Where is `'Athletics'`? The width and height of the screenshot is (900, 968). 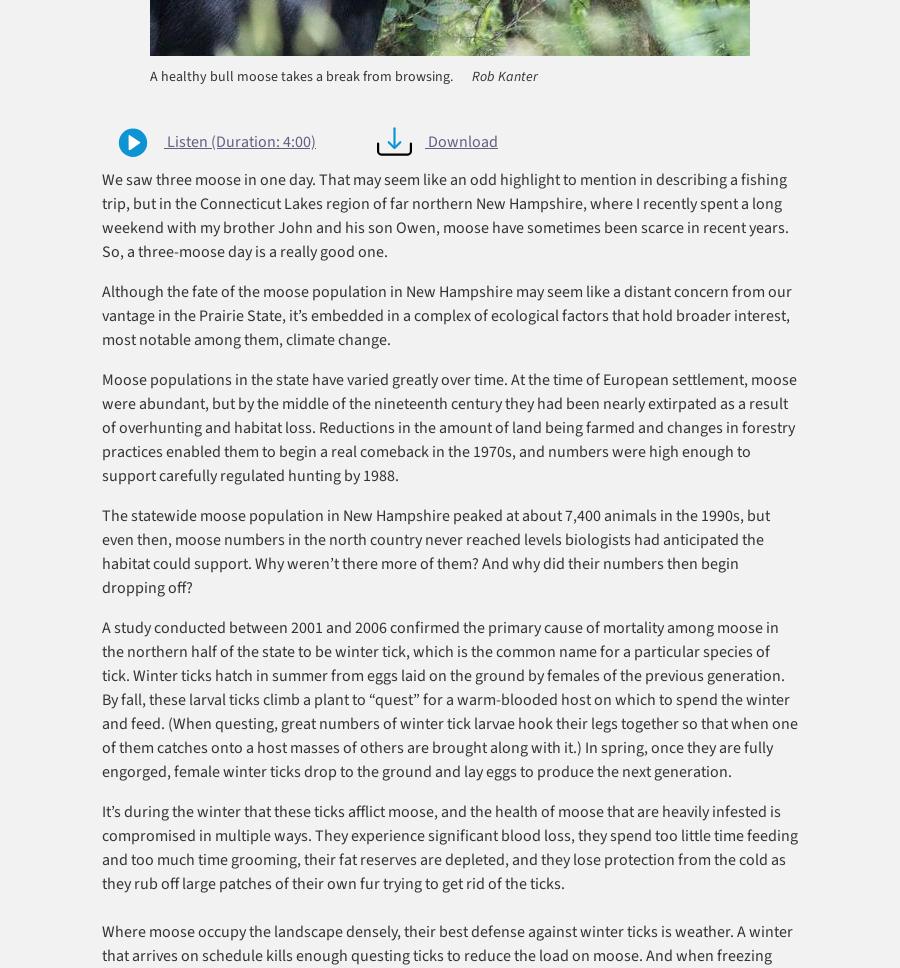 'Athletics' is located at coordinates (89, 74).